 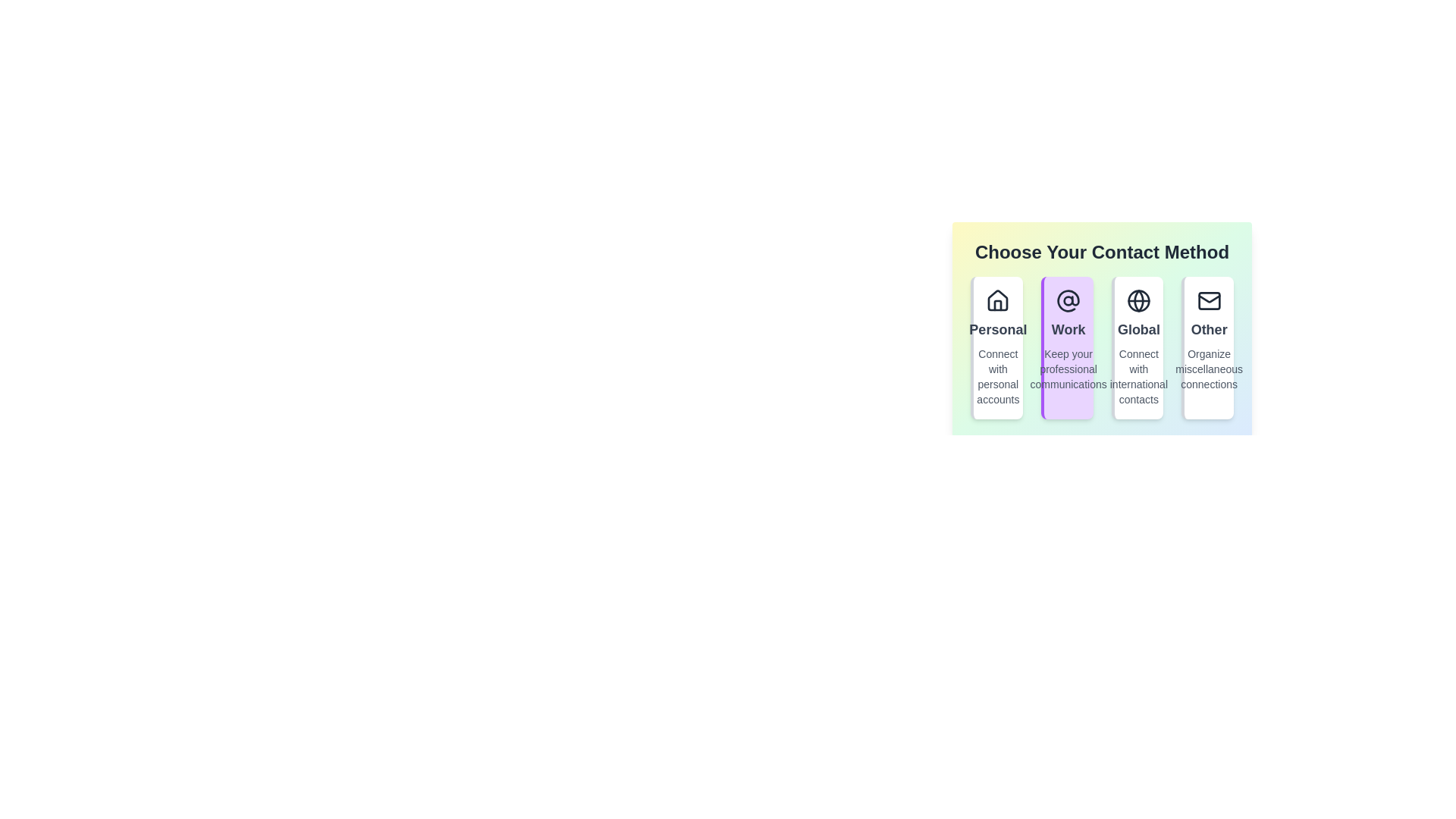 What do you see at coordinates (1137, 348) in the screenshot?
I see `the contact method Global by clicking on its corresponding option` at bounding box center [1137, 348].